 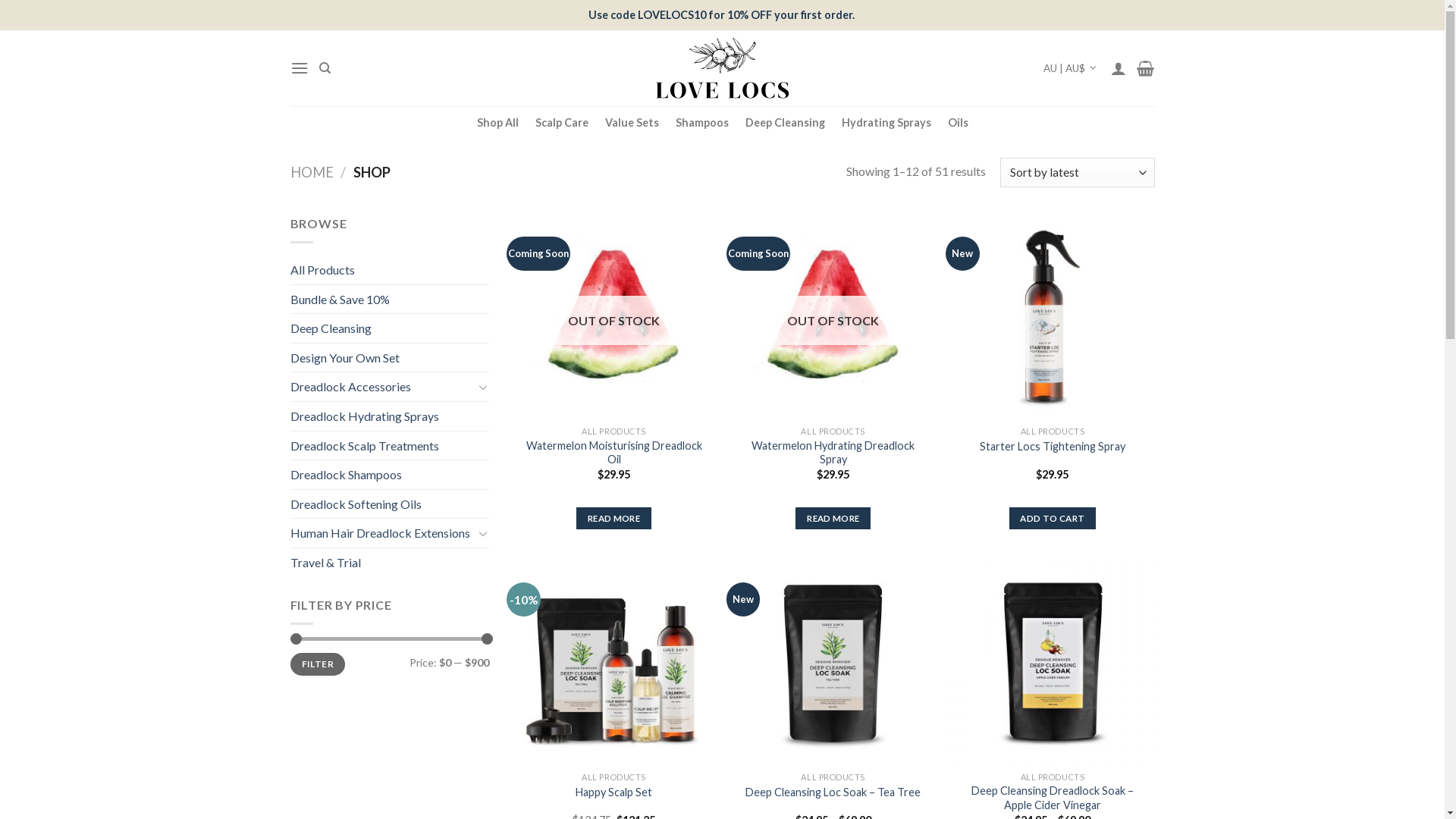 I want to click on 'Dreadlock Hydrating Sprays', so click(x=389, y=416).